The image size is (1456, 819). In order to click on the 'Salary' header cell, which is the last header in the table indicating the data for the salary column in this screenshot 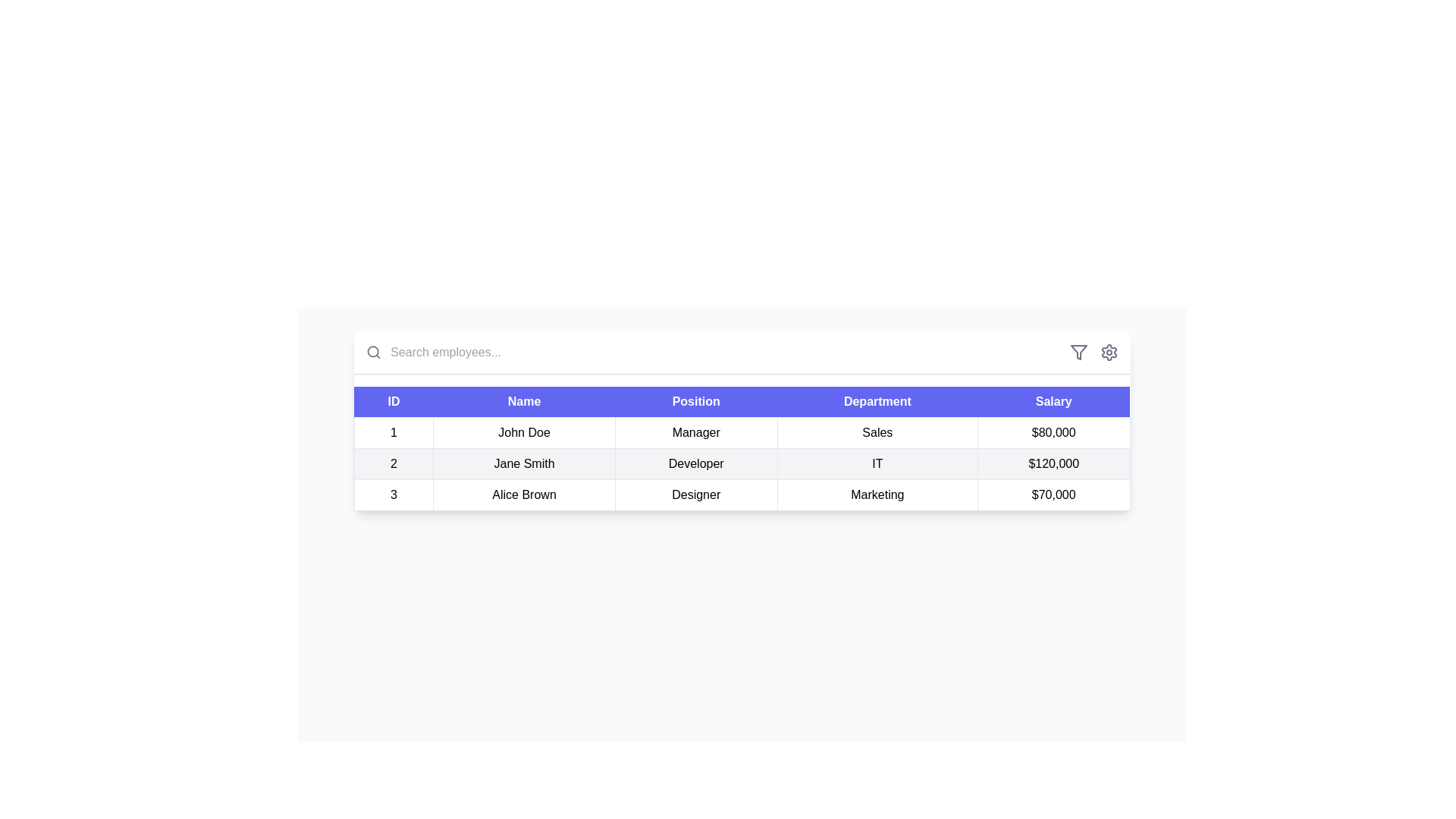, I will do `click(1053, 401)`.